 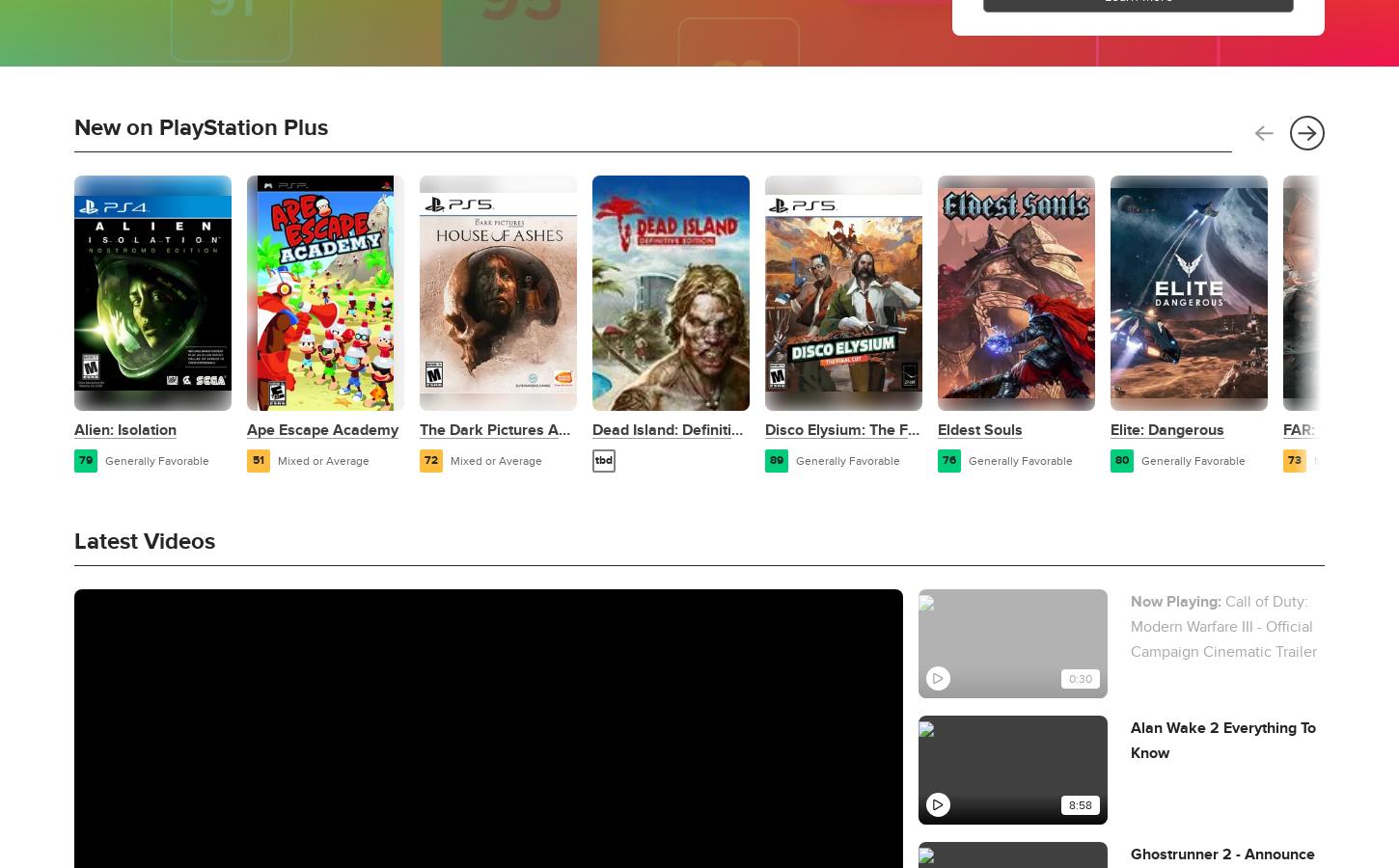 I want to click on '8:58', so click(x=1078, y=804).